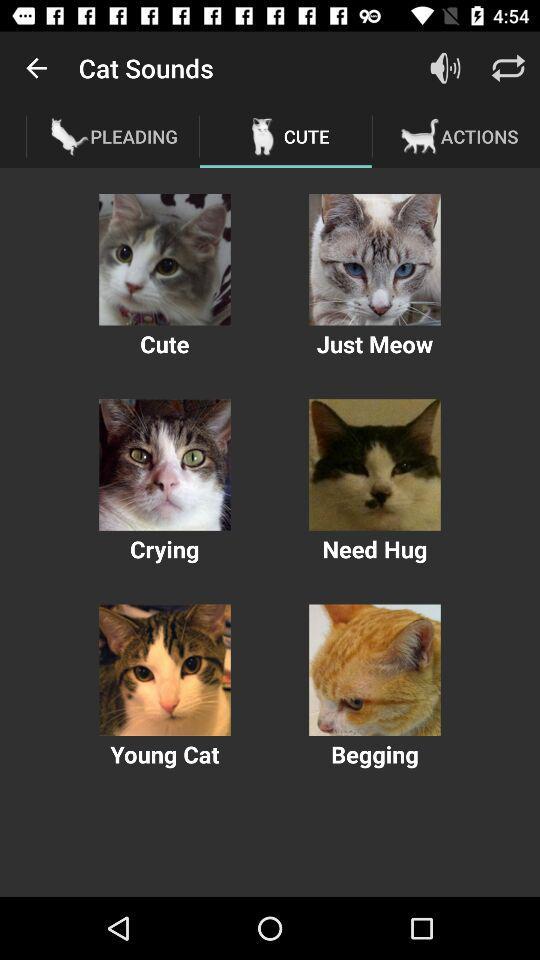 This screenshot has height=960, width=540. What do you see at coordinates (36, 68) in the screenshot?
I see `icon to the left of cat sounds` at bounding box center [36, 68].